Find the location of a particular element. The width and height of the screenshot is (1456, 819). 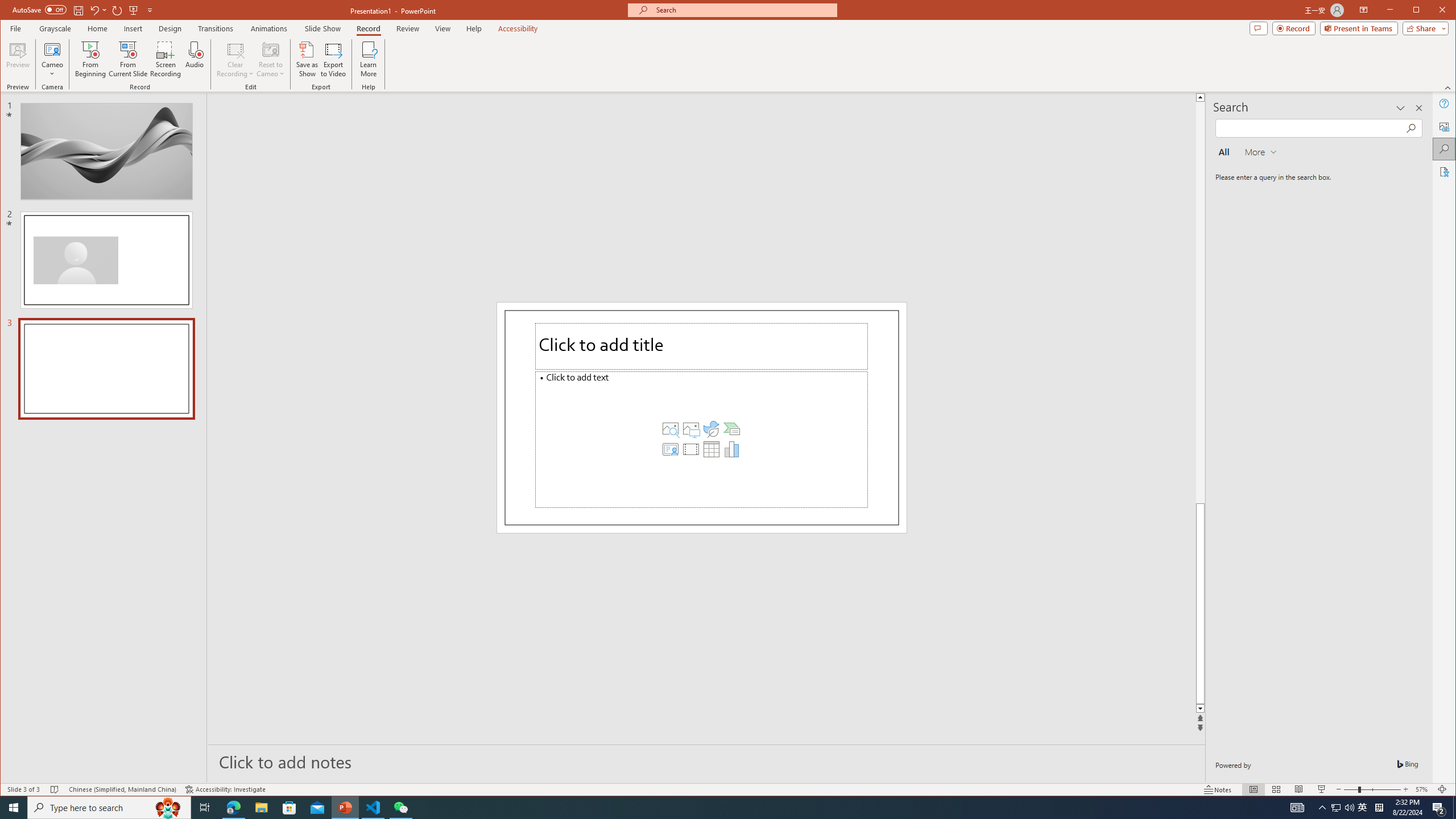

'Insert Cameo' is located at coordinates (670, 449).